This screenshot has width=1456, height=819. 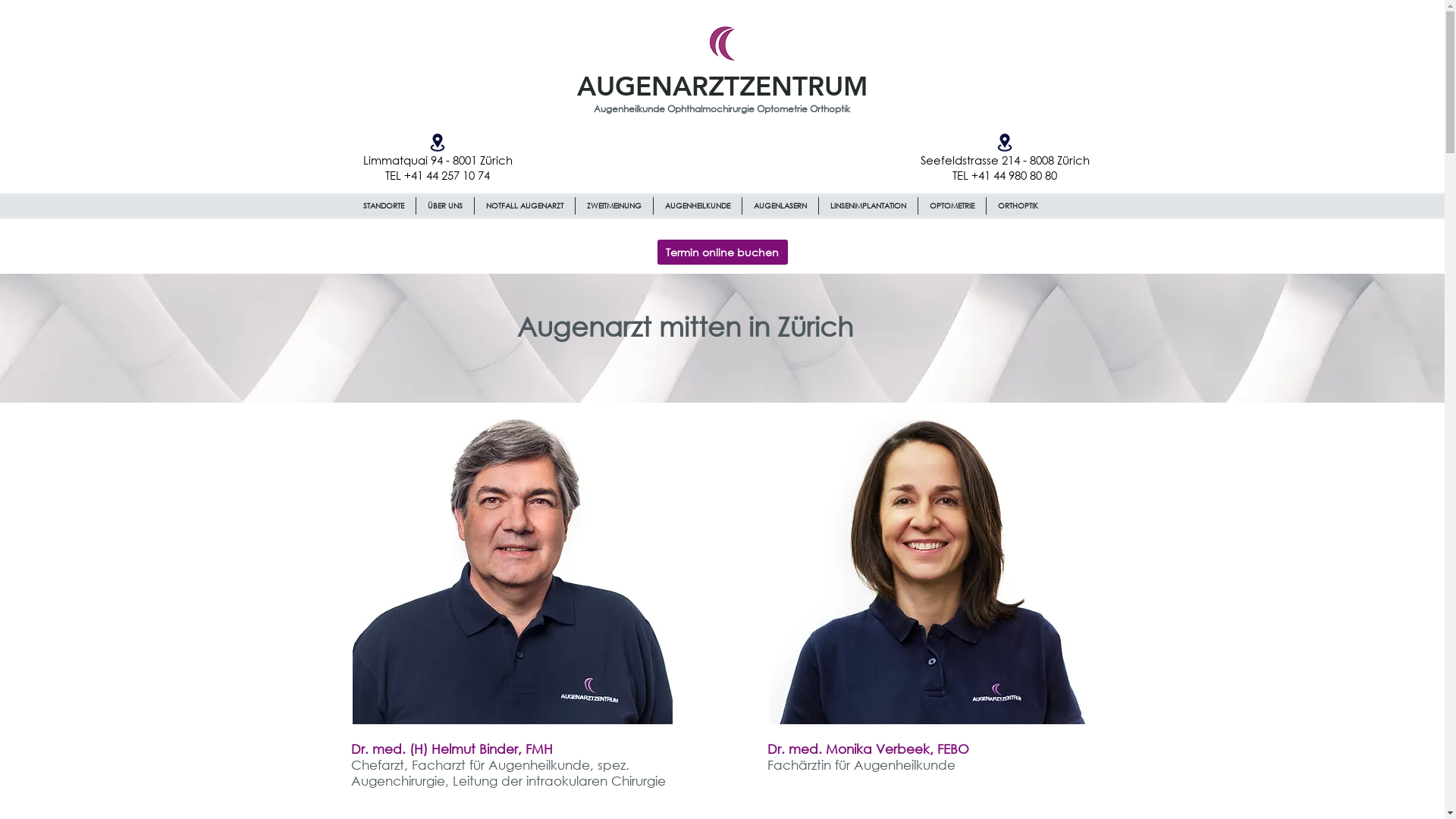 I want to click on 'OPTOMETRIE', so click(x=950, y=206).